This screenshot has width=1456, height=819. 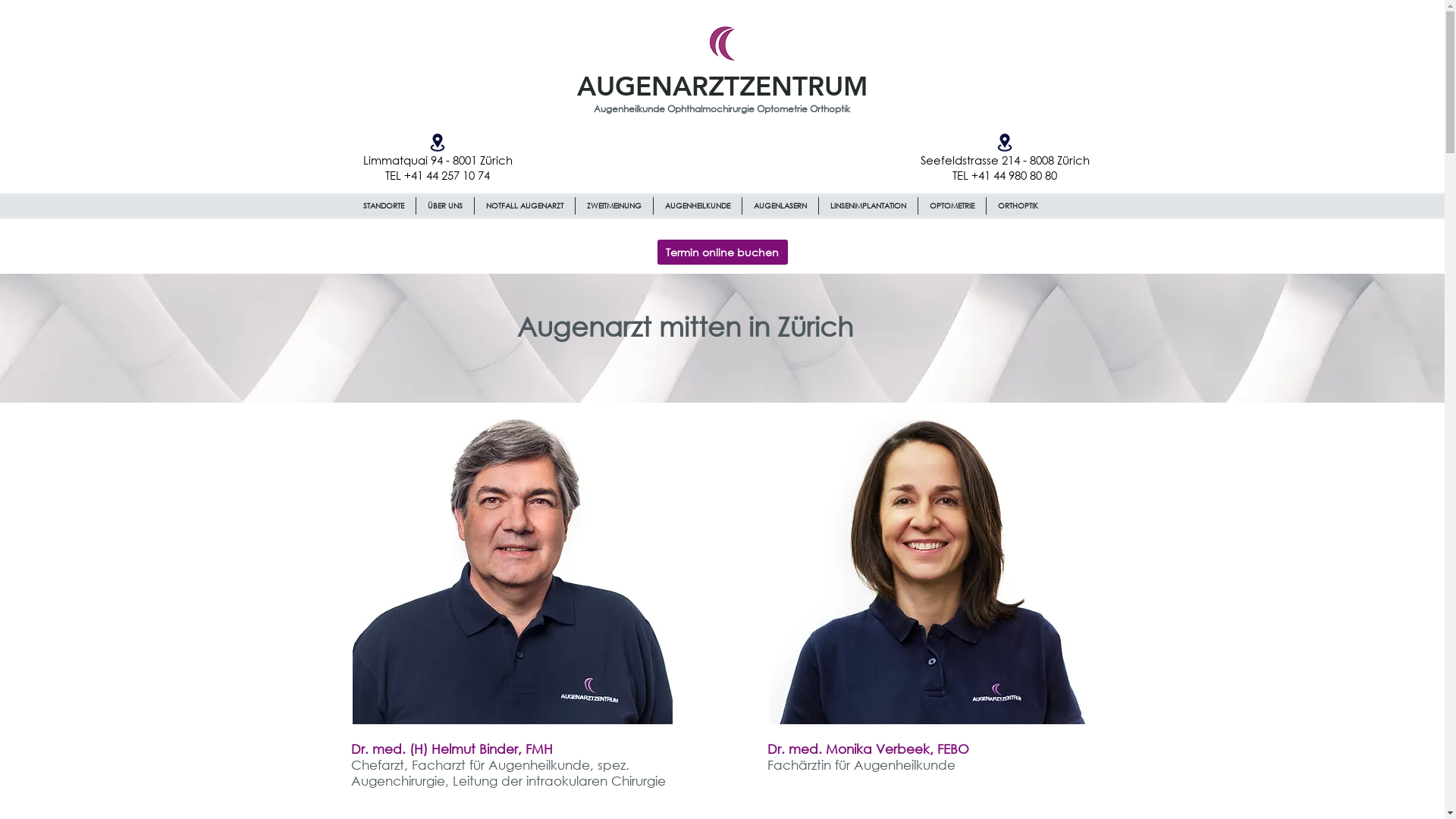 I want to click on 'OPTOMETRIE', so click(x=950, y=206).